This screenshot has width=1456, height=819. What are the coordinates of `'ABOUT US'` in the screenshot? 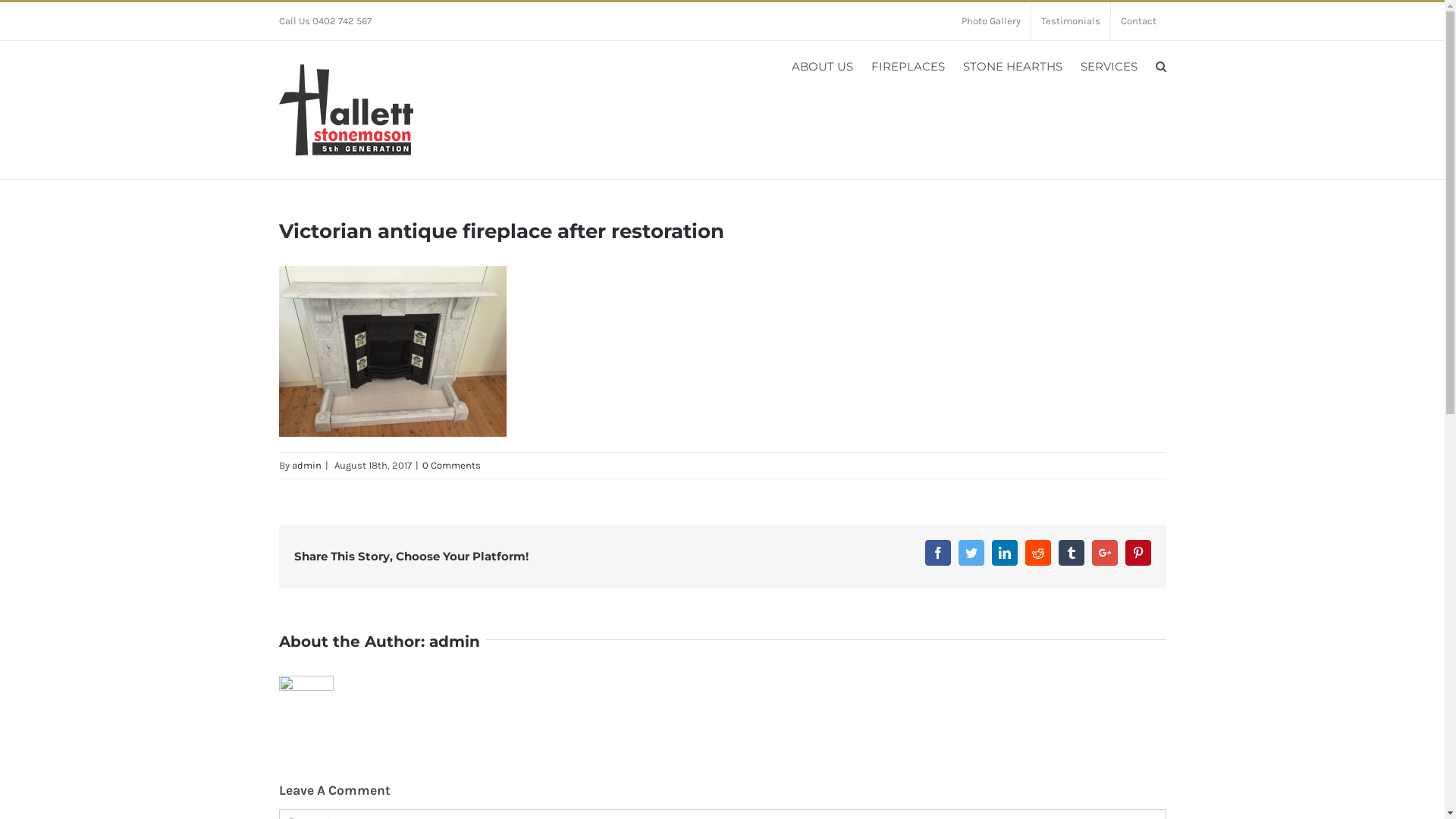 It's located at (821, 65).